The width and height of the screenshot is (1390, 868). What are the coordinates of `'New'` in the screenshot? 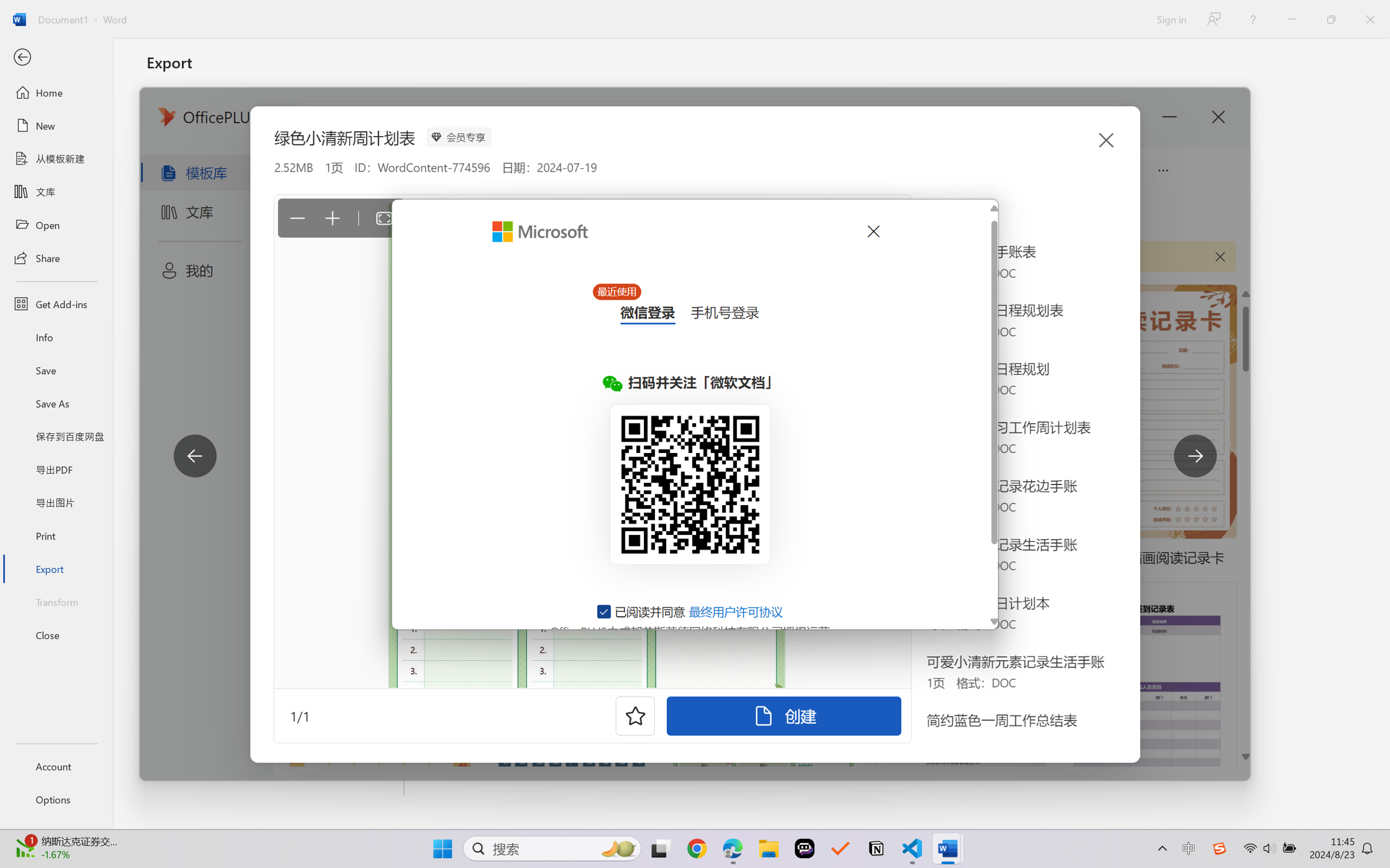 It's located at (56, 125).